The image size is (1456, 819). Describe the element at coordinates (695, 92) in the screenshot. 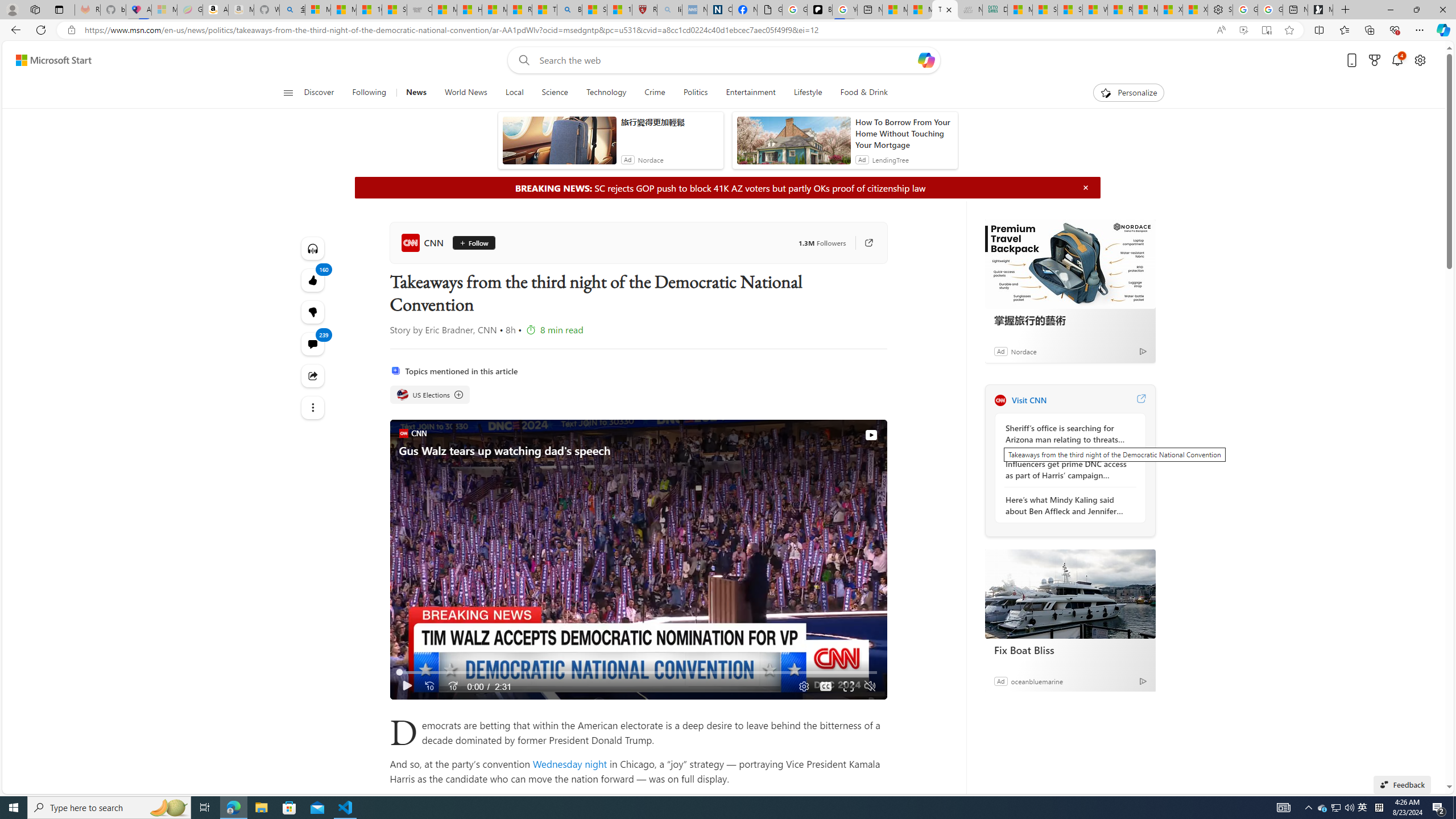

I see `'Politics'` at that location.